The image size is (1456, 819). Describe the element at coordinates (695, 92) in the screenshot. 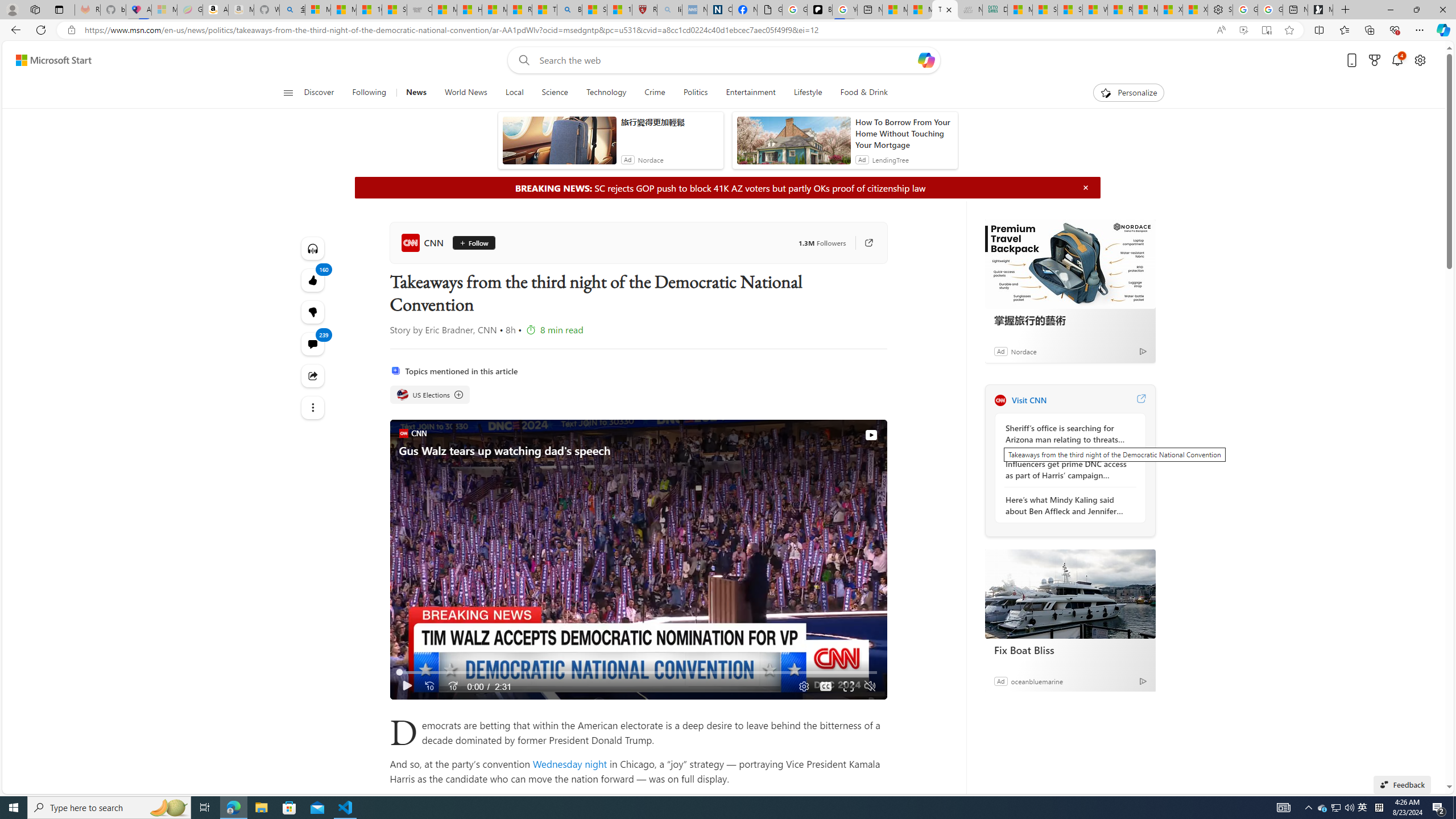

I see `'Politics'` at that location.